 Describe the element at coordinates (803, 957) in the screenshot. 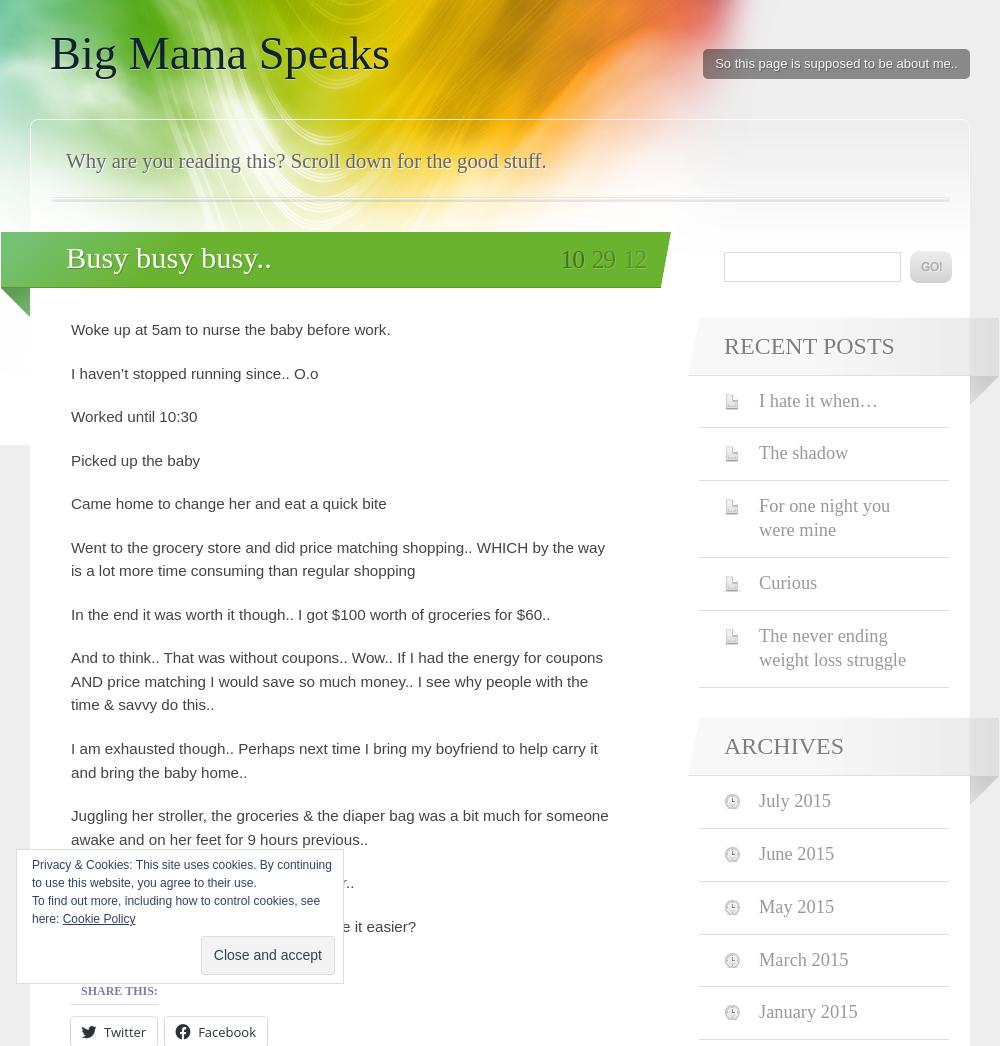

I see `'March 2015'` at that location.